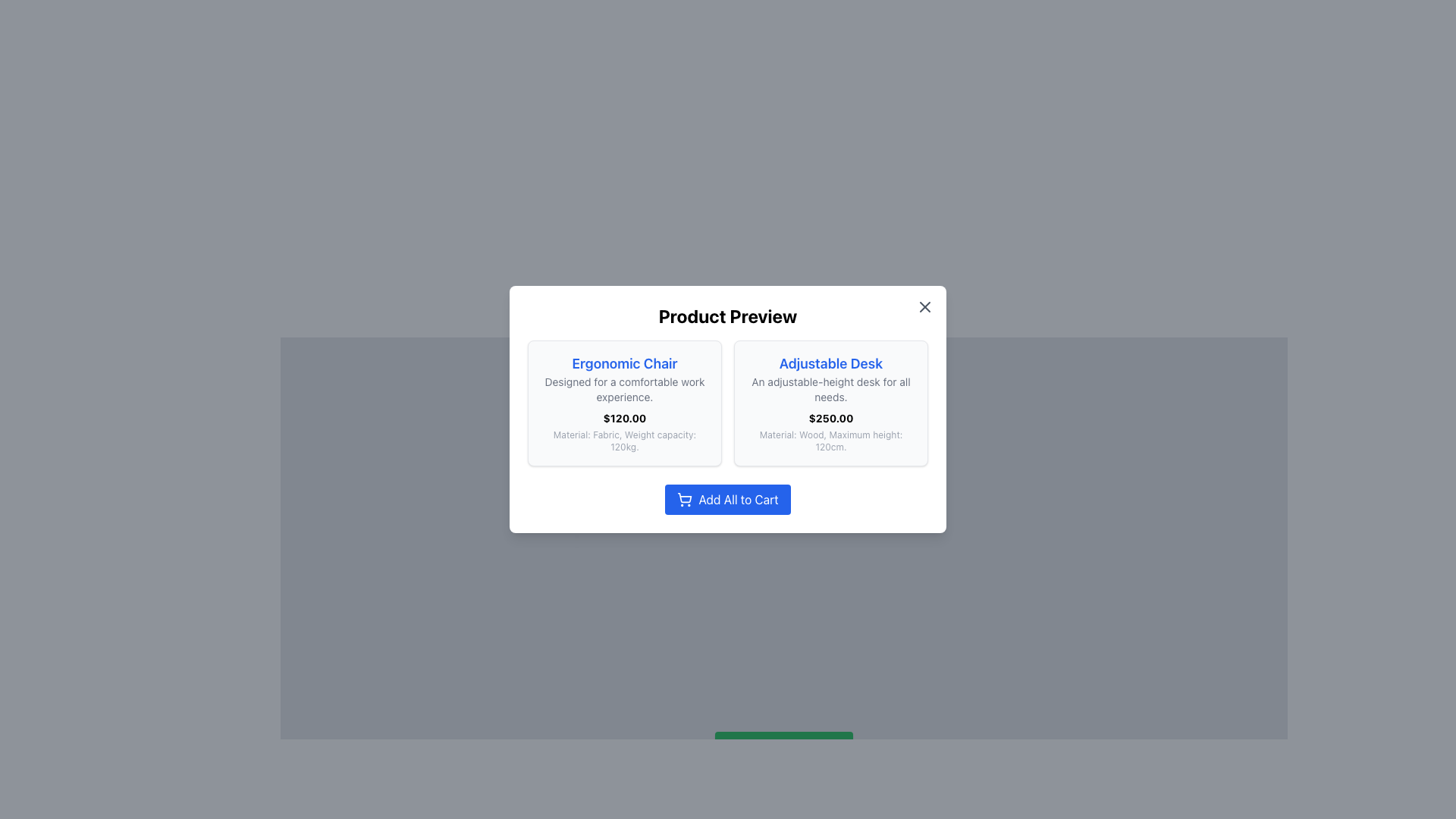 The width and height of the screenshot is (1456, 819). I want to click on the small square button with a centered 'X' icon located at the top-right corner of the modal dialog, so click(924, 307).